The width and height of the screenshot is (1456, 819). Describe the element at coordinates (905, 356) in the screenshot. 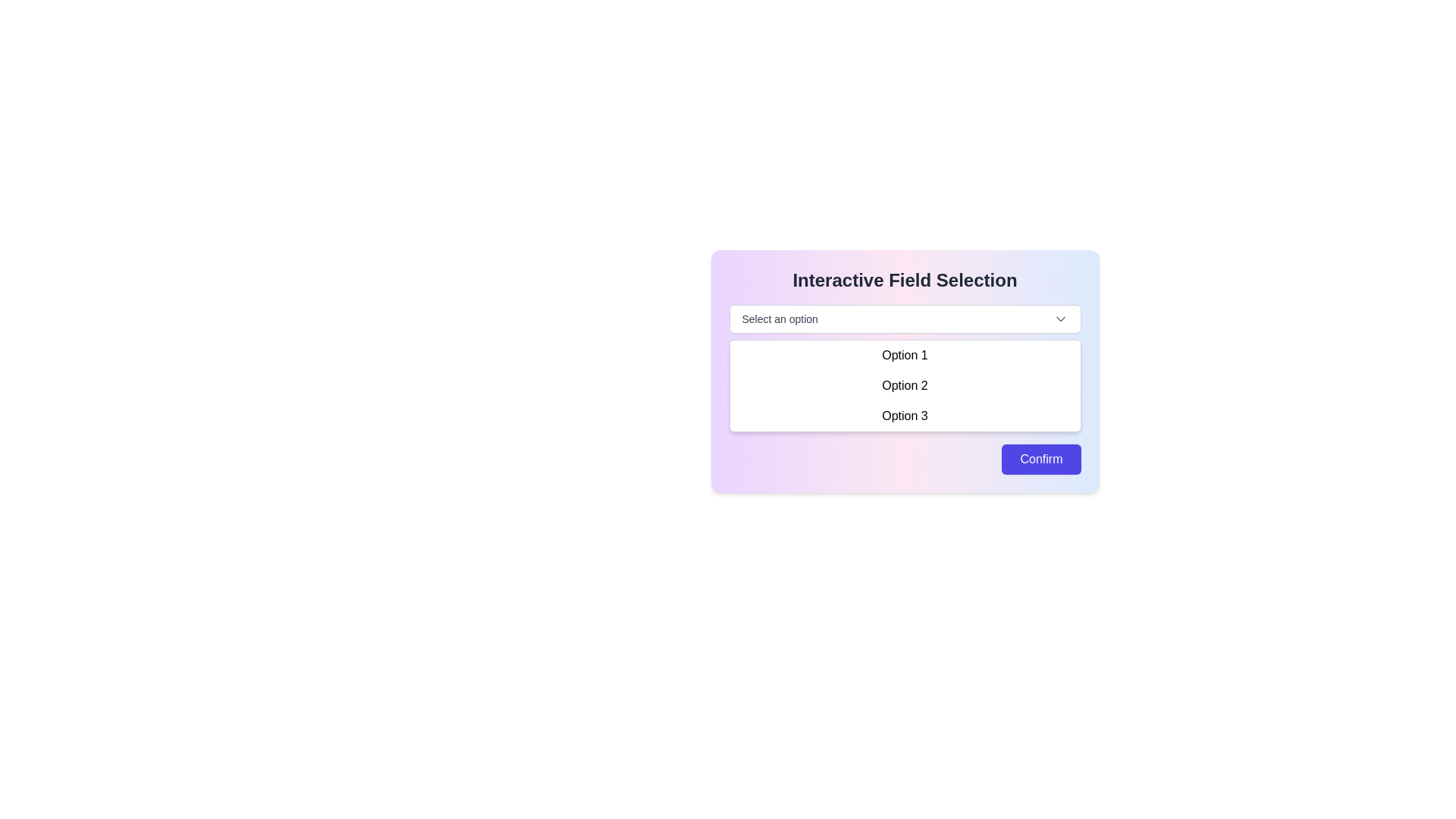

I see `the first option in the dropdown menu labeled 'Select an option'` at that location.